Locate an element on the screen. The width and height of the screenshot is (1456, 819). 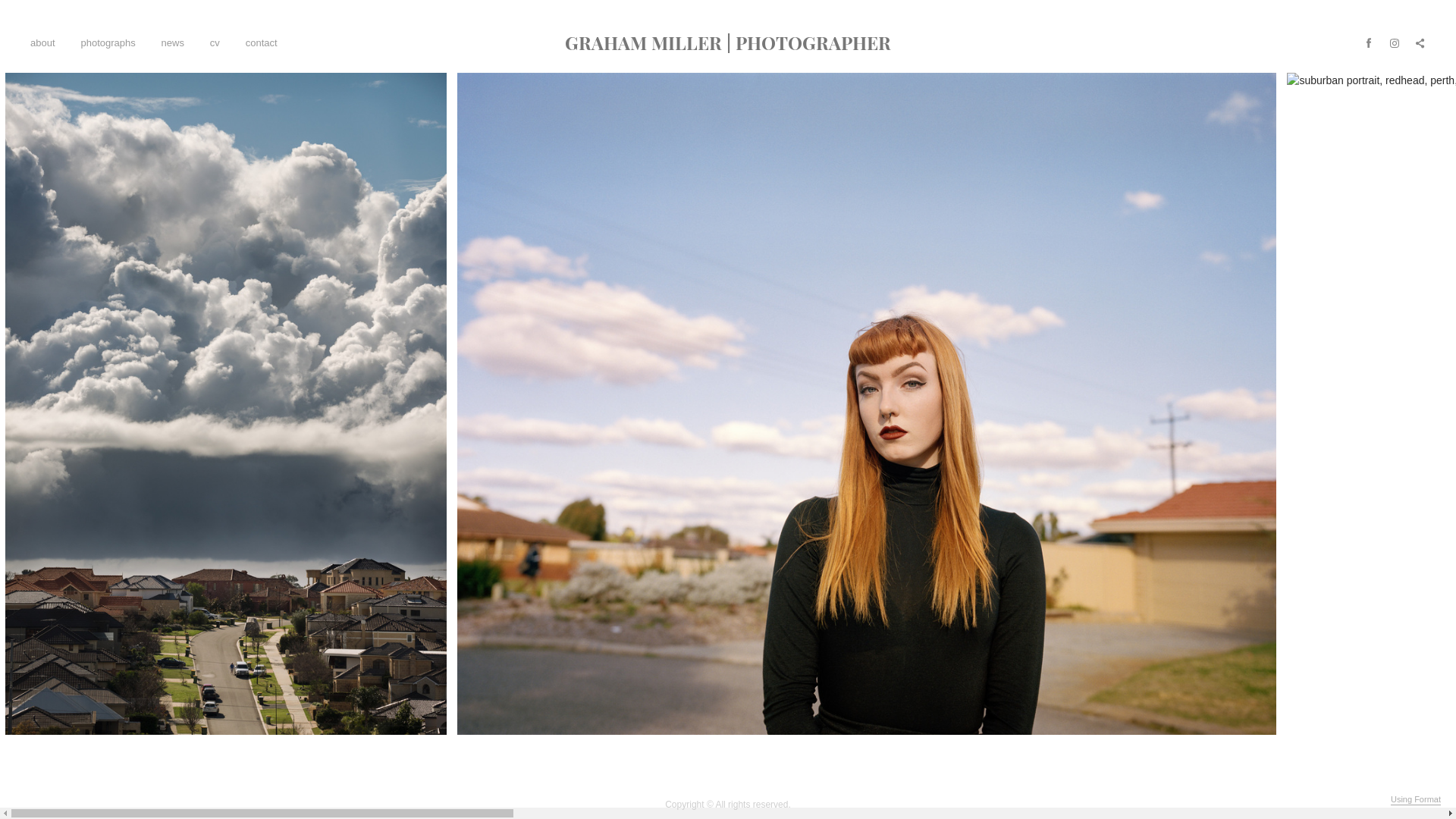
'contact' is located at coordinates (262, 42).